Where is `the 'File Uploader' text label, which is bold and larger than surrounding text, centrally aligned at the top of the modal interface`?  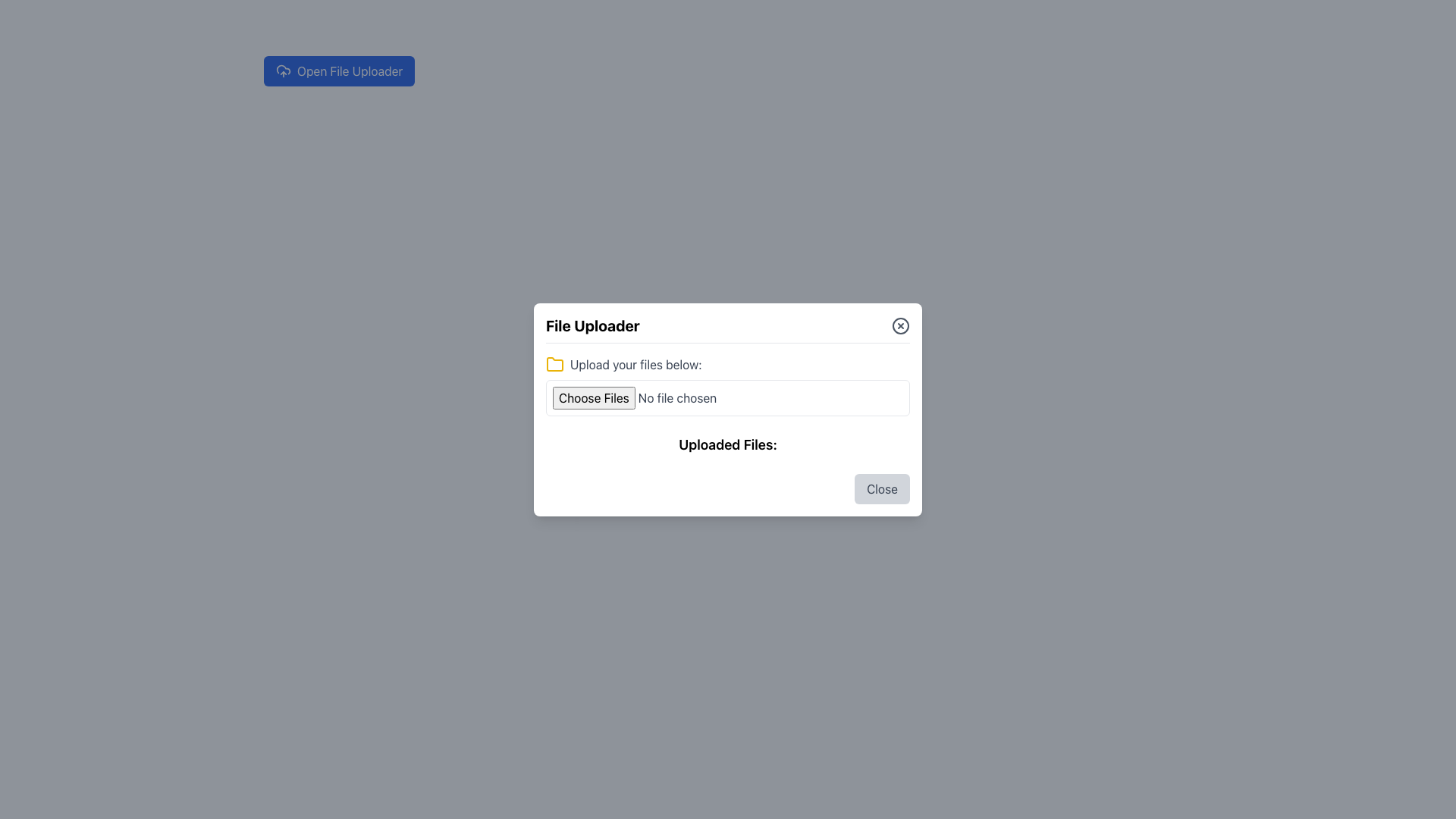 the 'File Uploader' text label, which is bold and larger than surrounding text, centrally aligned at the top of the modal interface is located at coordinates (591, 325).